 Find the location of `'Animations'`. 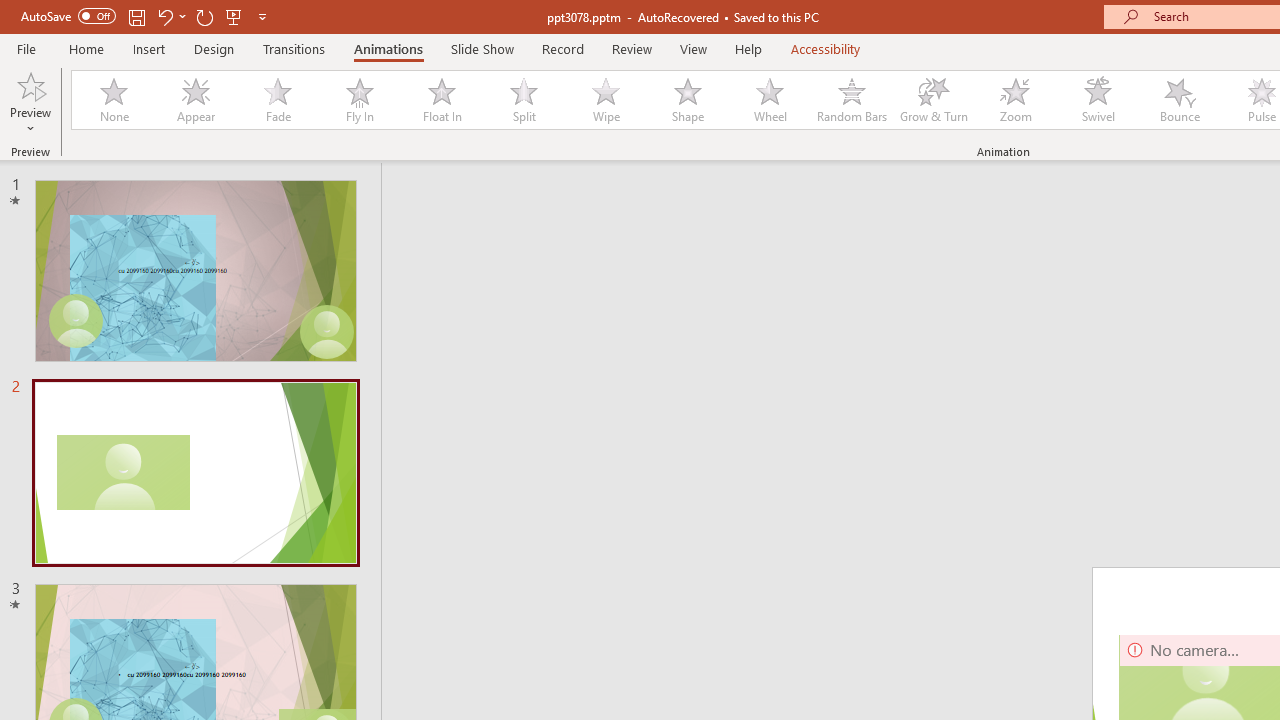

'Animations' is located at coordinates (388, 48).